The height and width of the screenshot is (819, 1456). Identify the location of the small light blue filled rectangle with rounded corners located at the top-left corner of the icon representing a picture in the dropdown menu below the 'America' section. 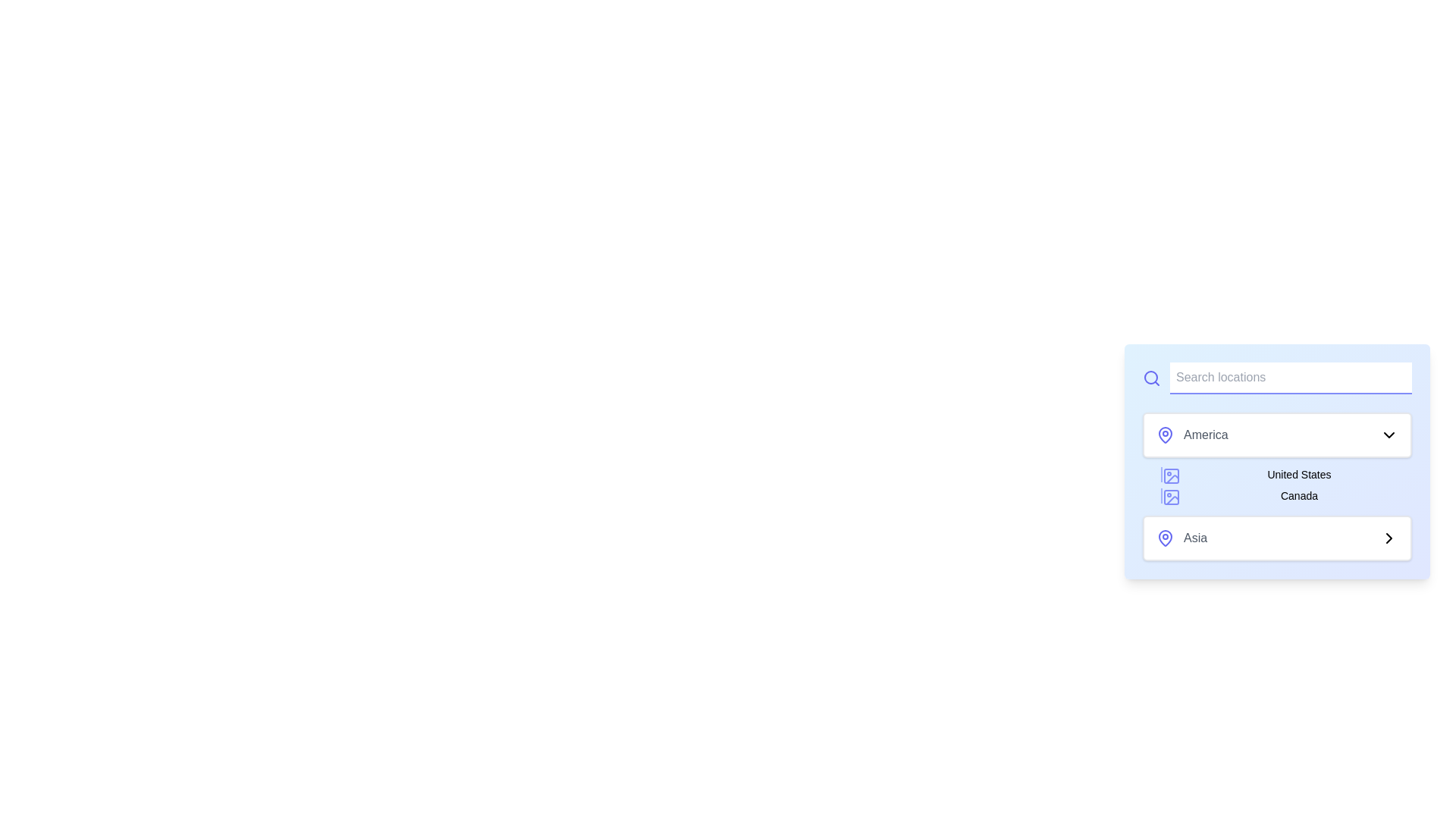
(1171, 497).